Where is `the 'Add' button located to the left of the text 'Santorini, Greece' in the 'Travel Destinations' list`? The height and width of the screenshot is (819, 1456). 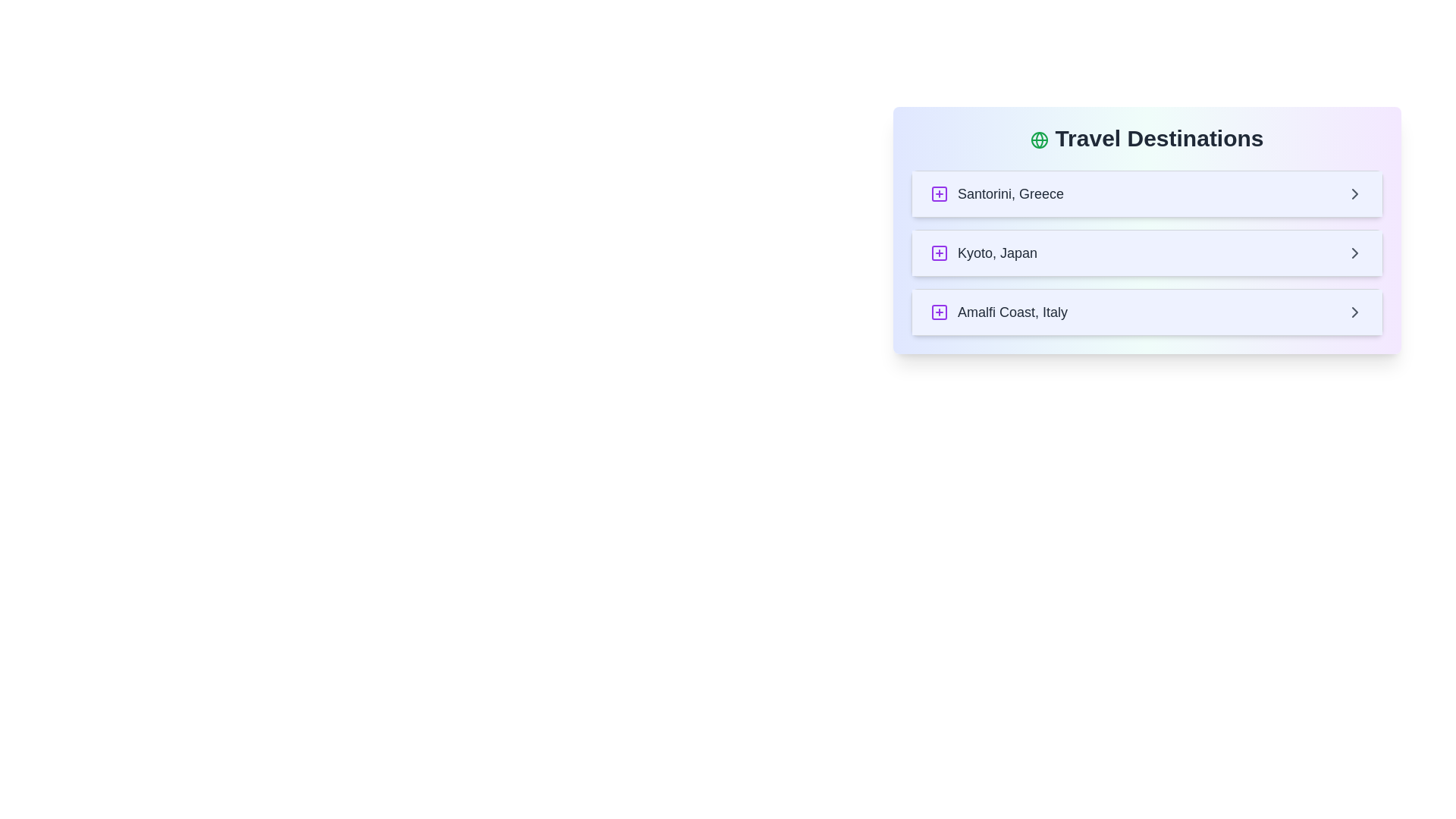
the 'Add' button located to the left of the text 'Santorini, Greece' in the 'Travel Destinations' list is located at coordinates (938, 193).